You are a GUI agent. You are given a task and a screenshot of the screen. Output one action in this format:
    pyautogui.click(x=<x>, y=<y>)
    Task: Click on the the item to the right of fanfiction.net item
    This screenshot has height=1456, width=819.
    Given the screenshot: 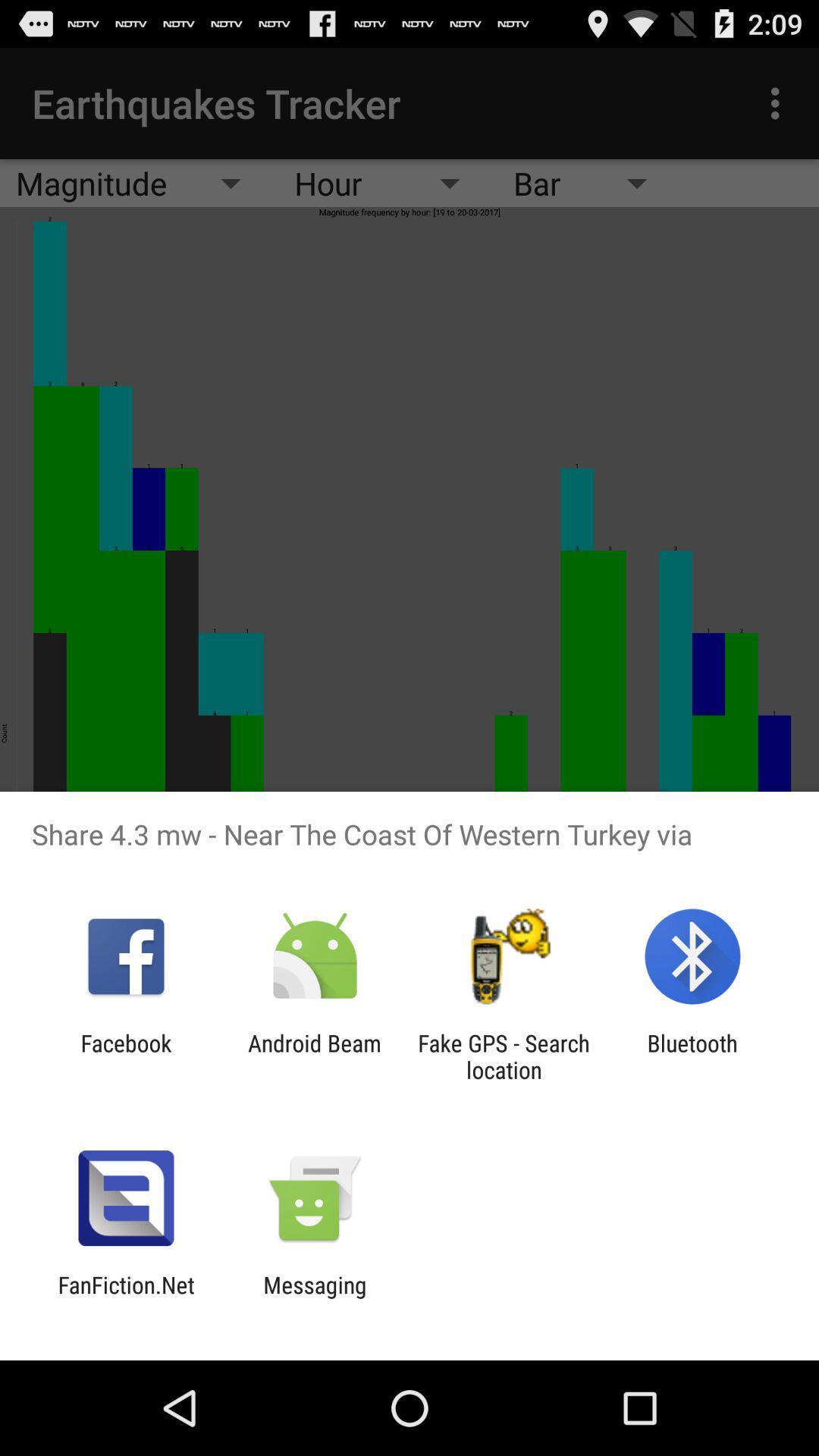 What is the action you would take?
    pyautogui.click(x=314, y=1298)
    